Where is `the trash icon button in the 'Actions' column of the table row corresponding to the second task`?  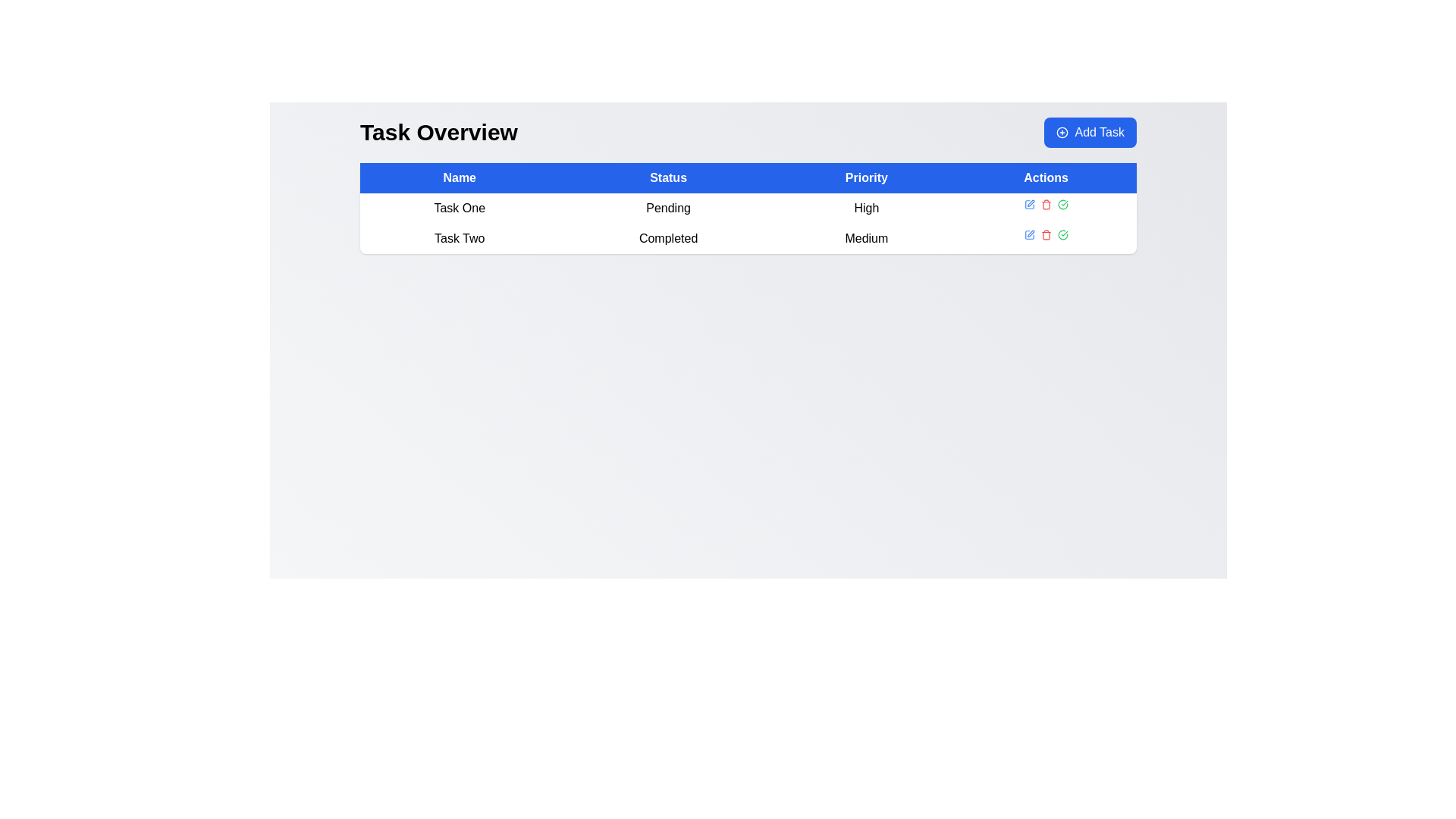 the trash icon button in the 'Actions' column of the table row corresponding to the second task is located at coordinates (1045, 234).